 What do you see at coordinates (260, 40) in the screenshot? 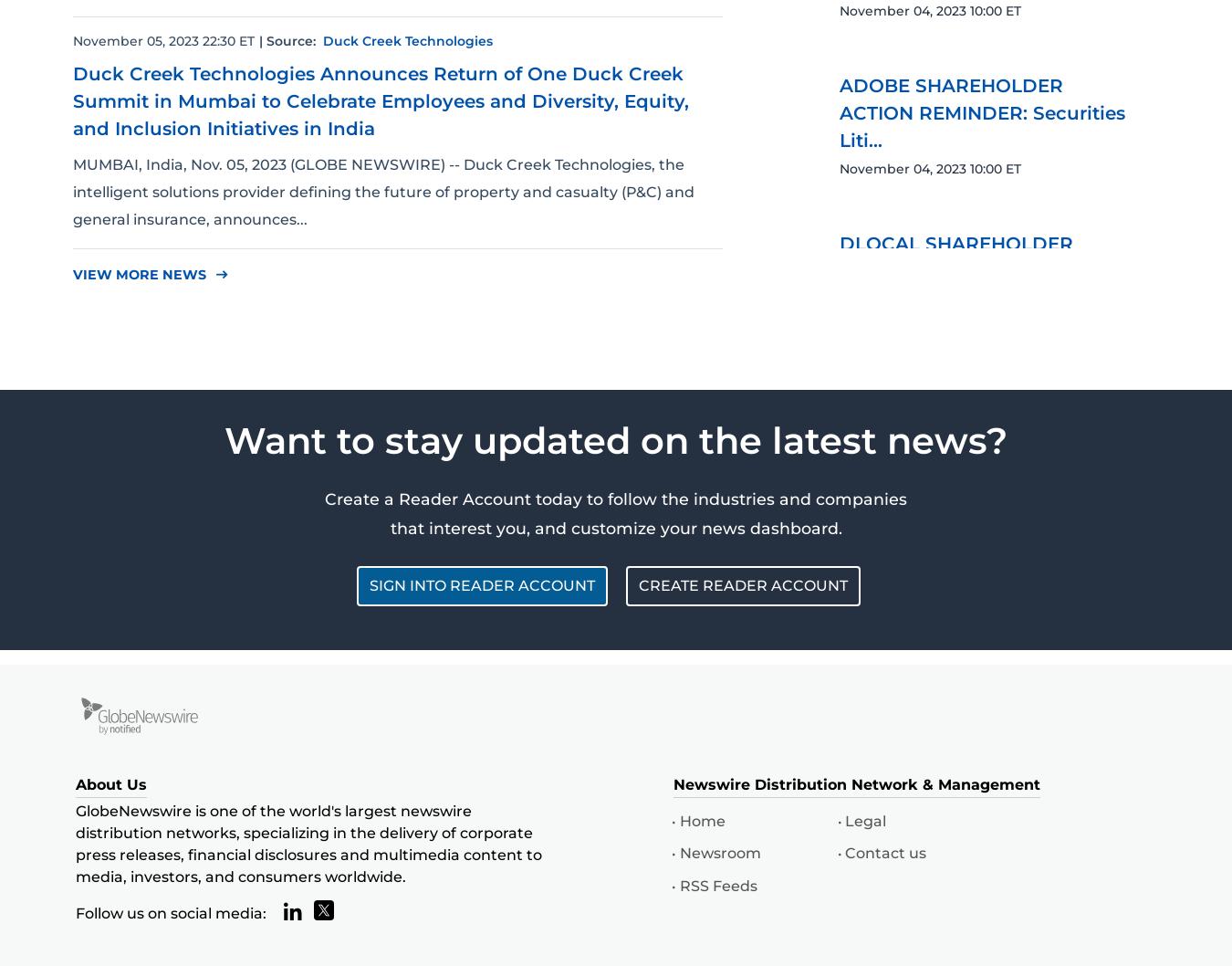
I see `'|'` at bounding box center [260, 40].